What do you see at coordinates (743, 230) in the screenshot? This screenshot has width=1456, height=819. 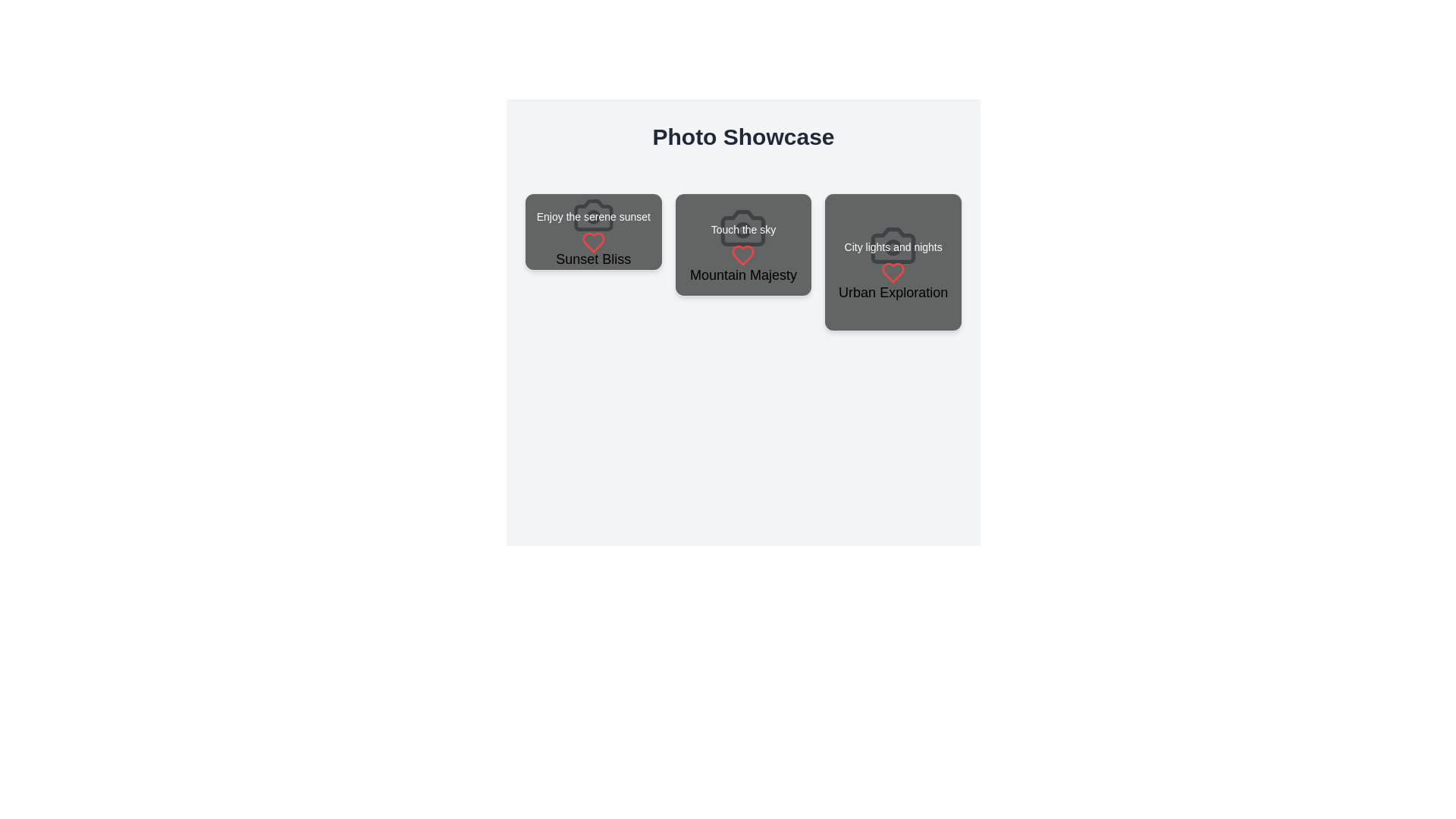 I see `the SVG circle located at the center of the camera icon in the second card labeled 'Mountain Majesty'` at bounding box center [743, 230].